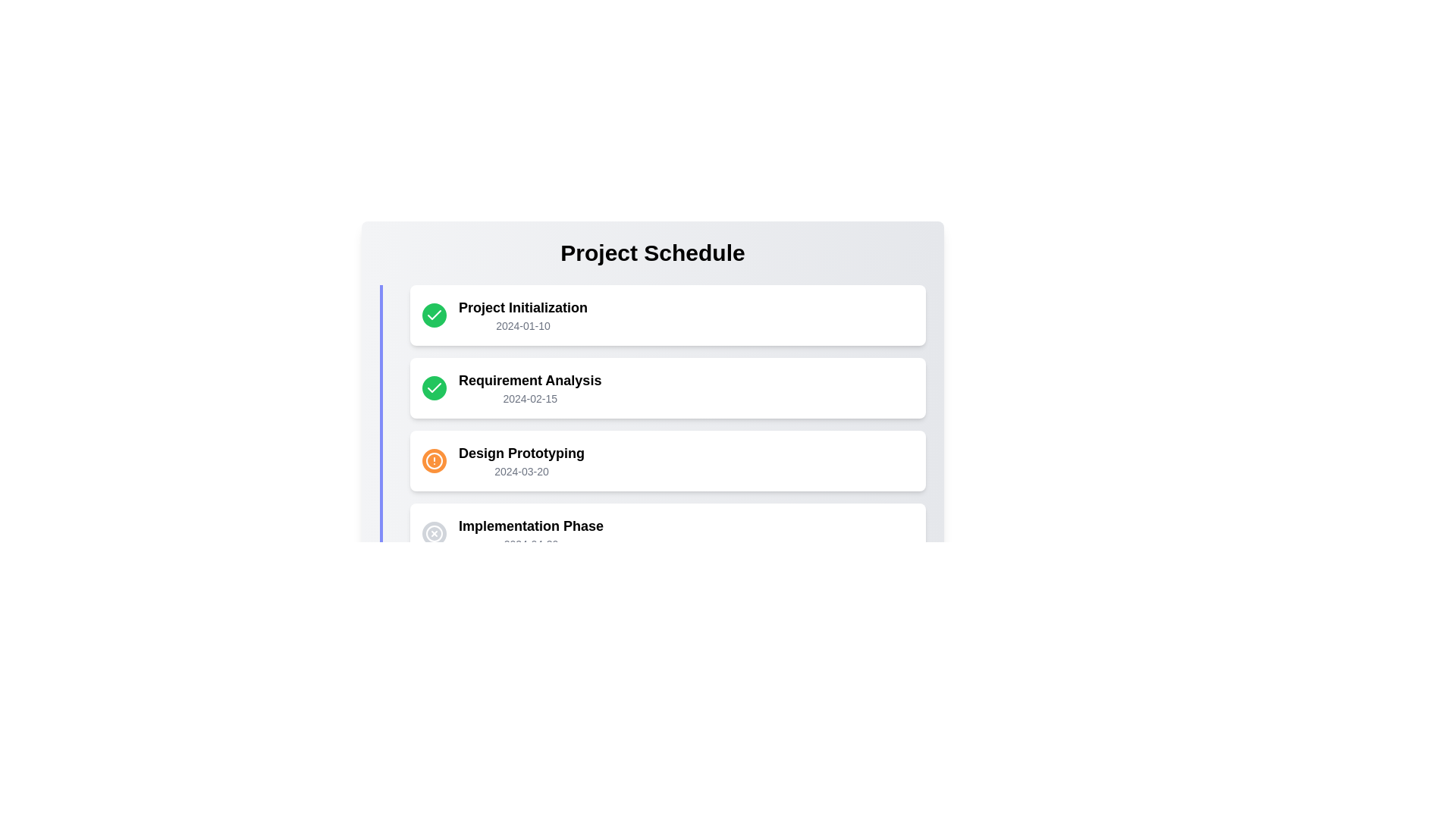 The height and width of the screenshot is (819, 1456). Describe the element at coordinates (523, 315) in the screenshot. I see `displayed text from the label that shows 'Project Initialization' and the date '2024-01-10', which is part of a list-style interface in a white rectangular card` at that location.